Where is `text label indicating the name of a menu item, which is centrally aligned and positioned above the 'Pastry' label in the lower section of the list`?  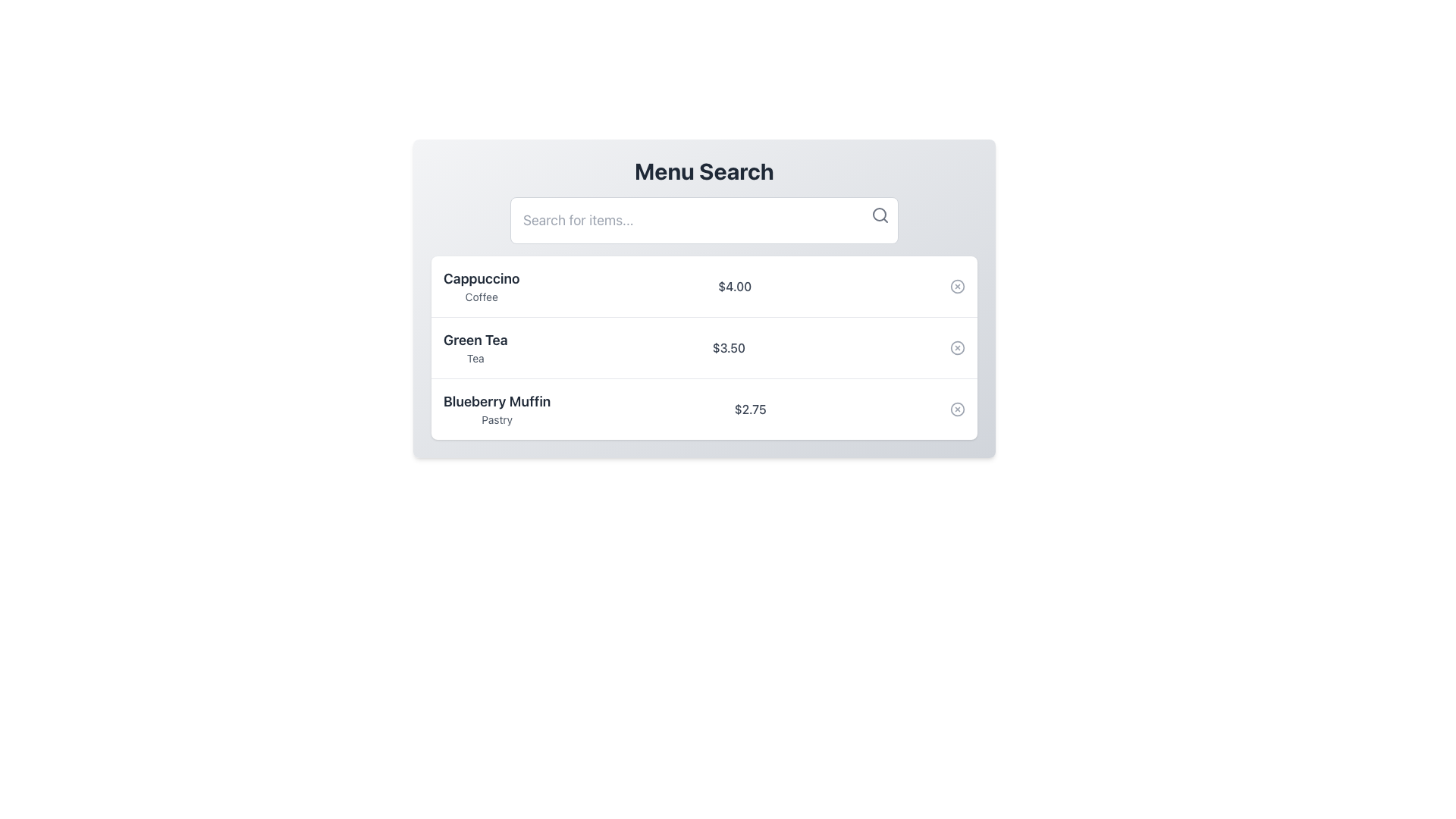
text label indicating the name of a menu item, which is centrally aligned and positioned above the 'Pastry' label in the lower section of the list is located at coordinates (497, 400).